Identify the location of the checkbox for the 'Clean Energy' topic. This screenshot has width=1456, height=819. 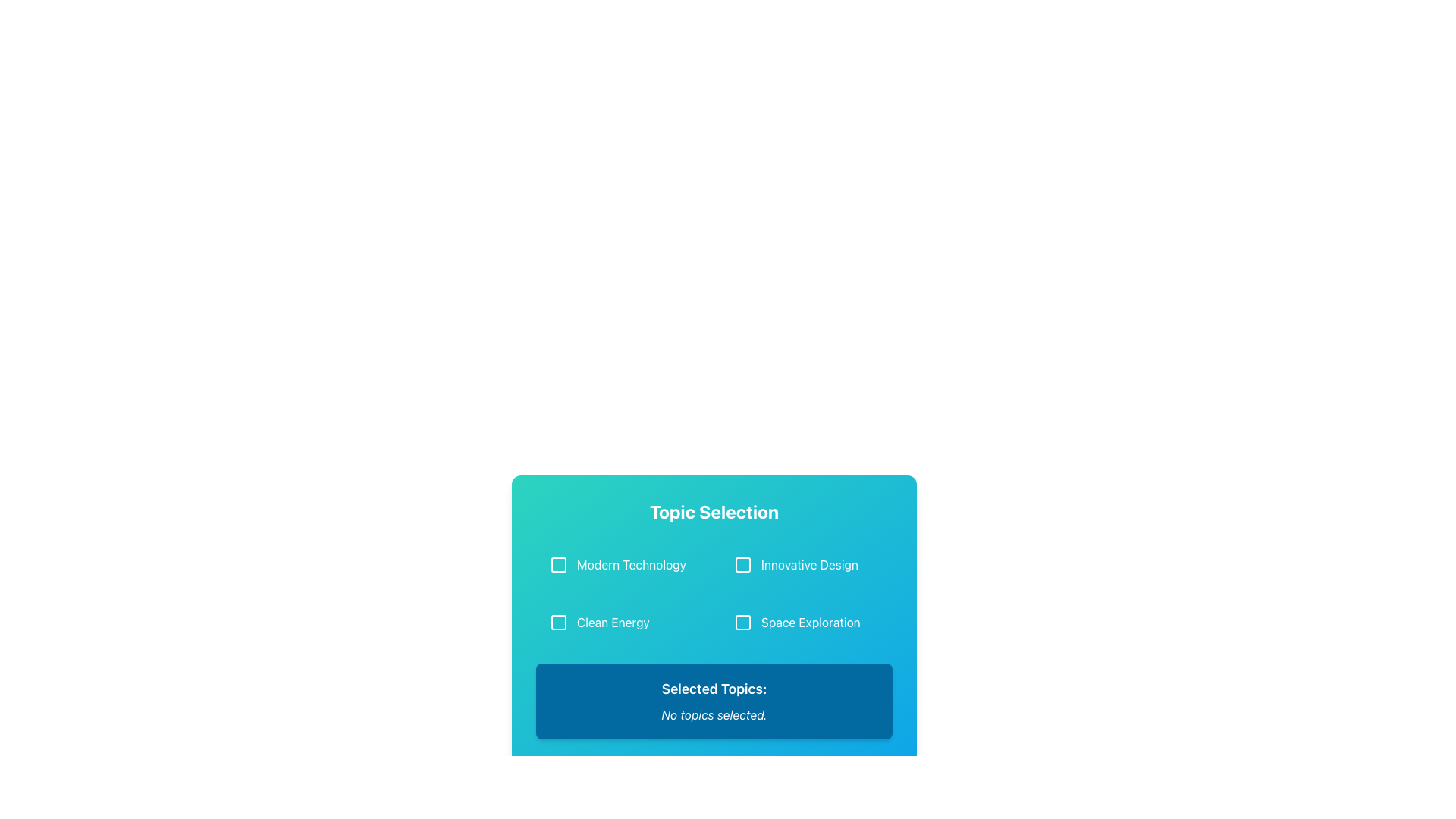
(558, 623).